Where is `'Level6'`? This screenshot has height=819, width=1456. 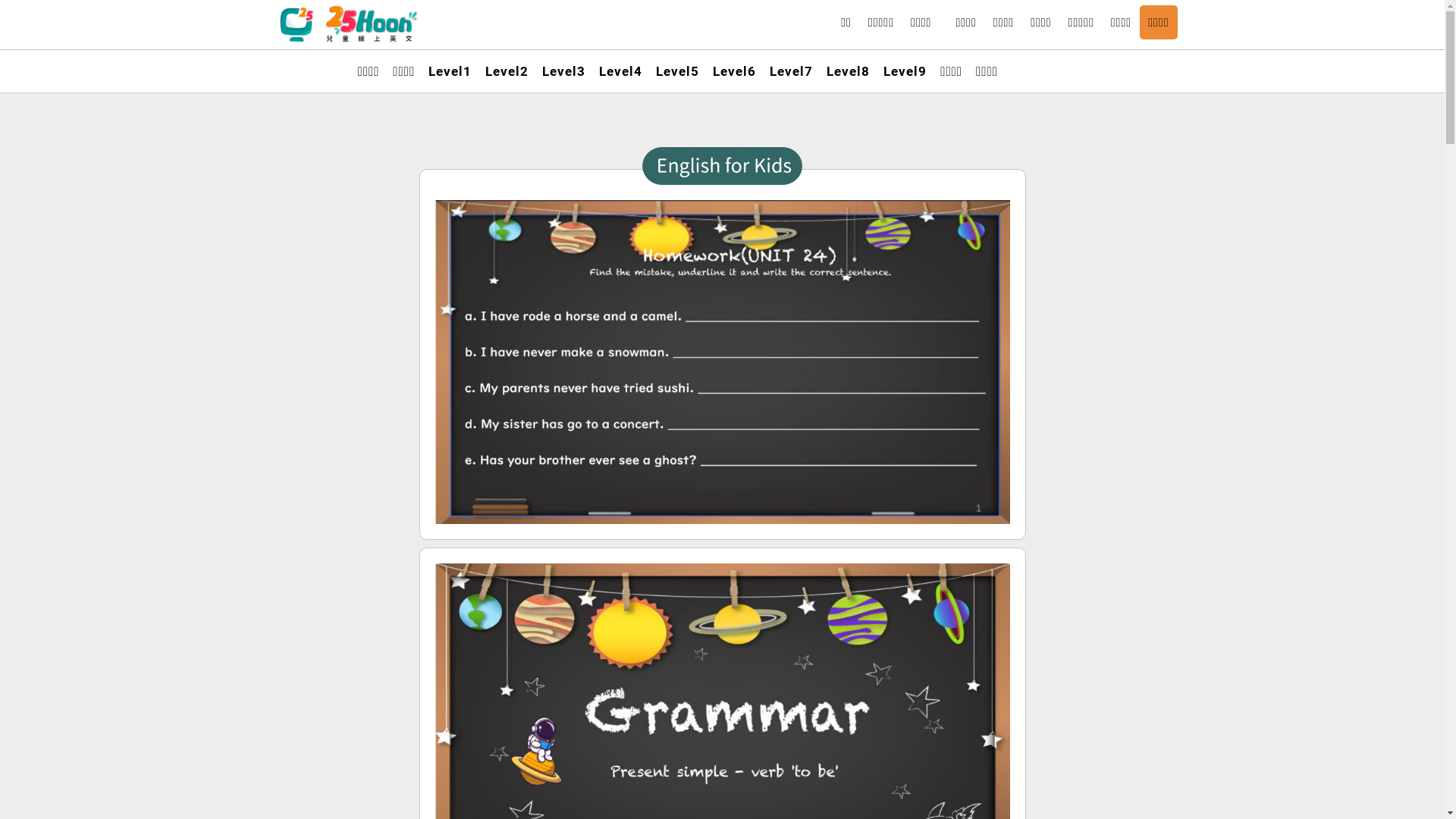
'Level6' is located at coordinates (734, 71).